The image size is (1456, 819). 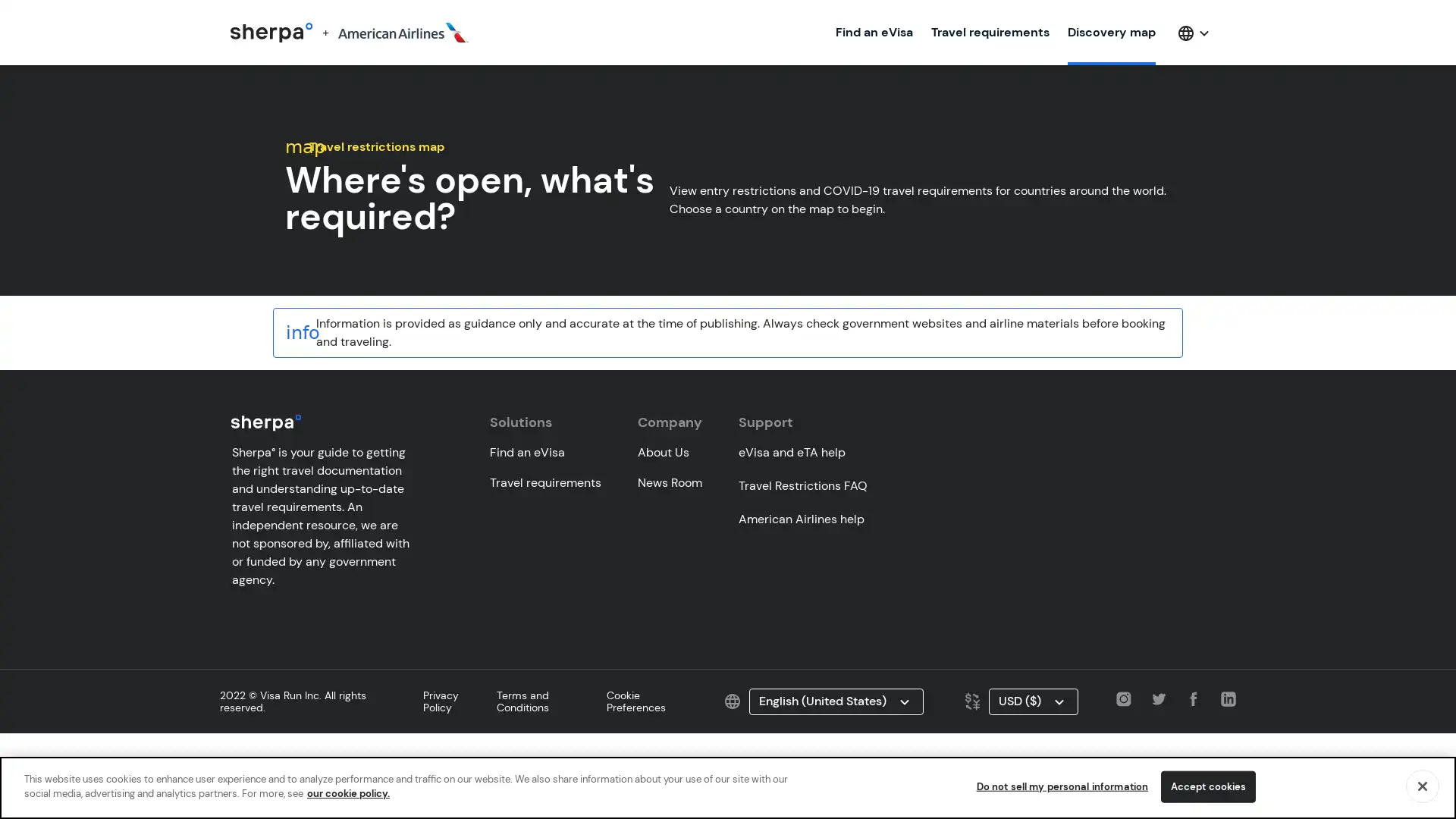 What do you see at coordinates (1422, 785) in the screenshot?
I see `Close` at bounding box center [1422, 785].